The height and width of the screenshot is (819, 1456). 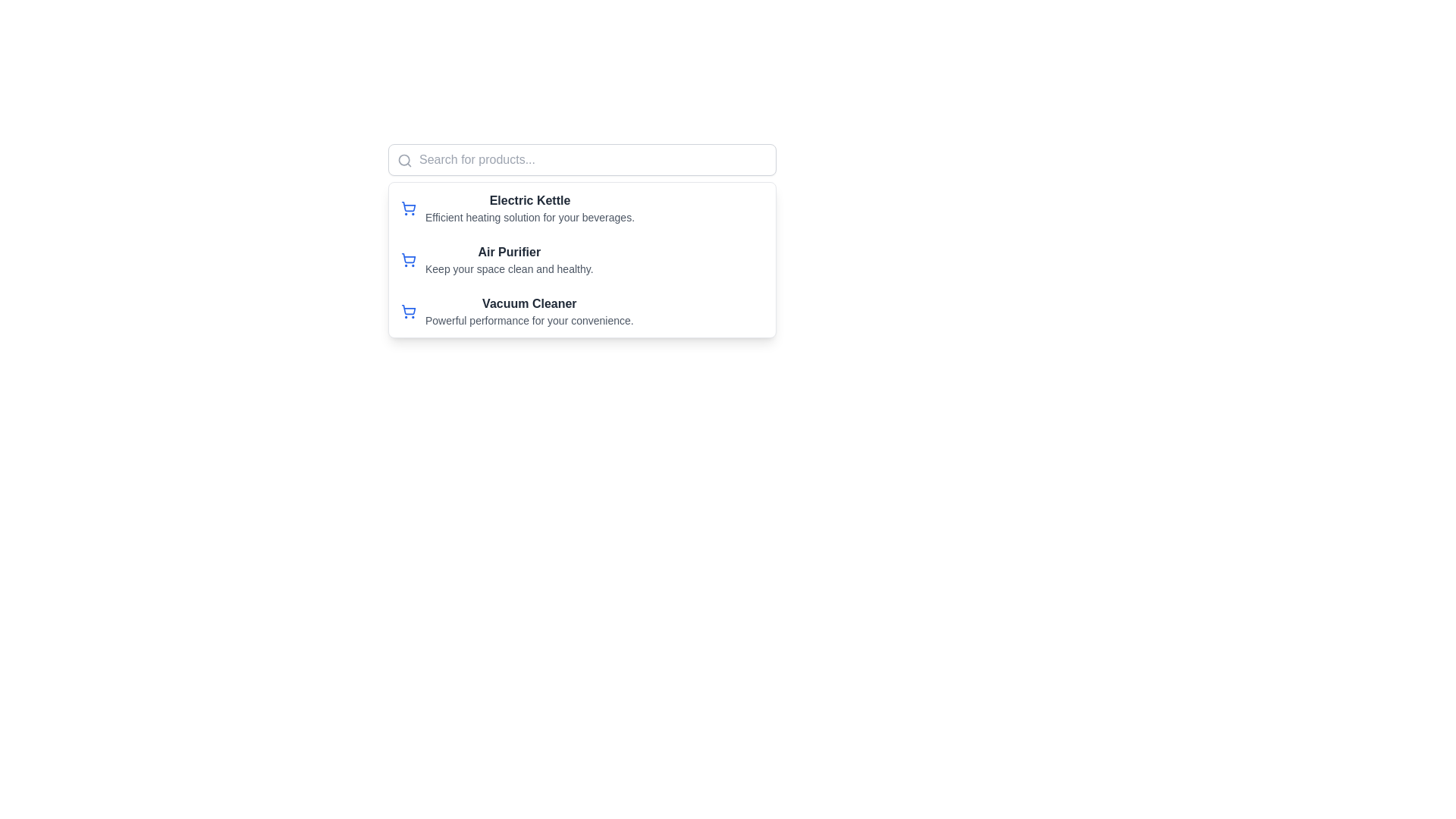 I want to click on the icon representing the option, so click(x=408, y=311).